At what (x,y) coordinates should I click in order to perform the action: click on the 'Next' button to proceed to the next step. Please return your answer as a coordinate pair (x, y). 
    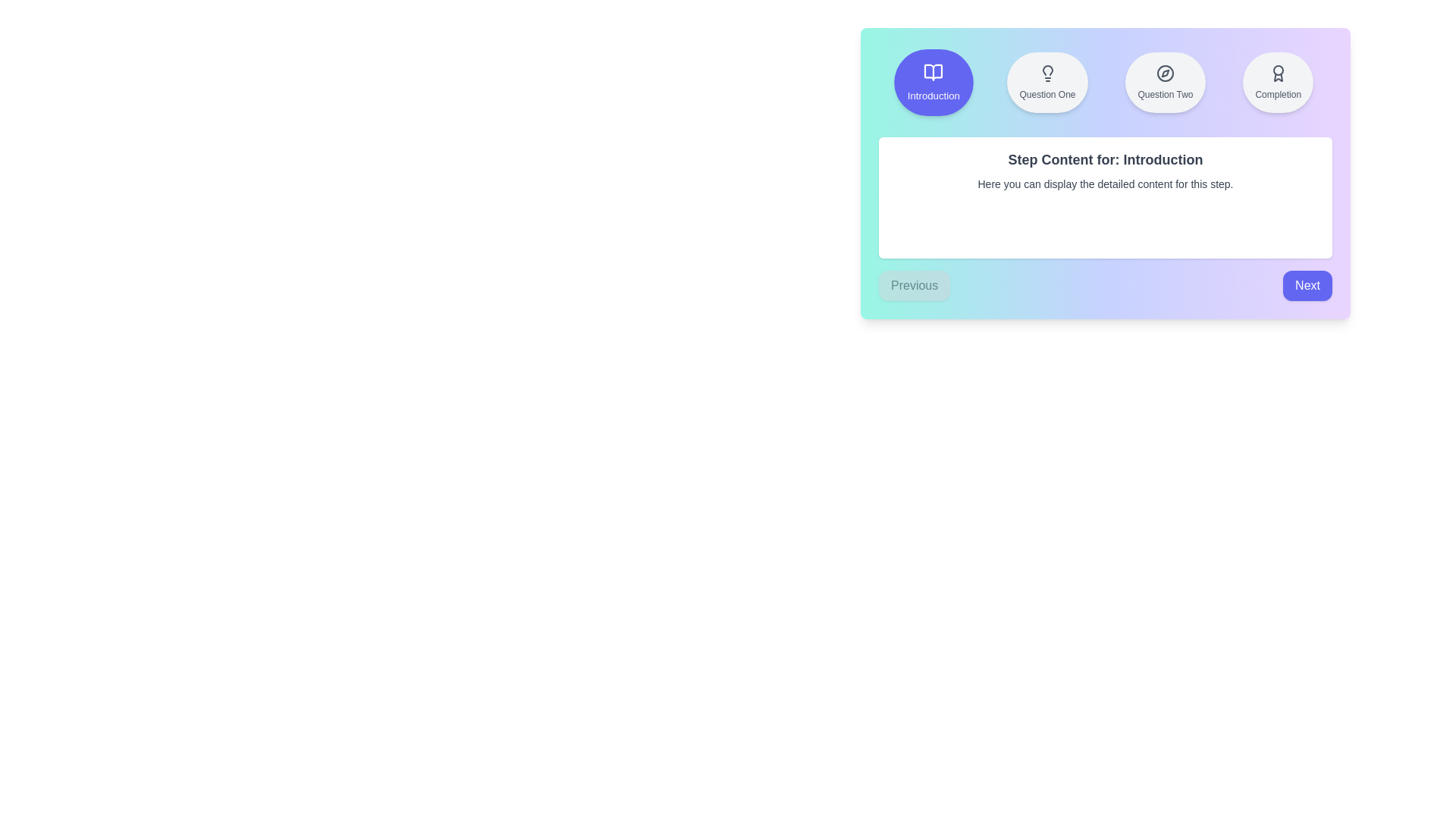
    Looking at the image, I should click on (1306, 286).